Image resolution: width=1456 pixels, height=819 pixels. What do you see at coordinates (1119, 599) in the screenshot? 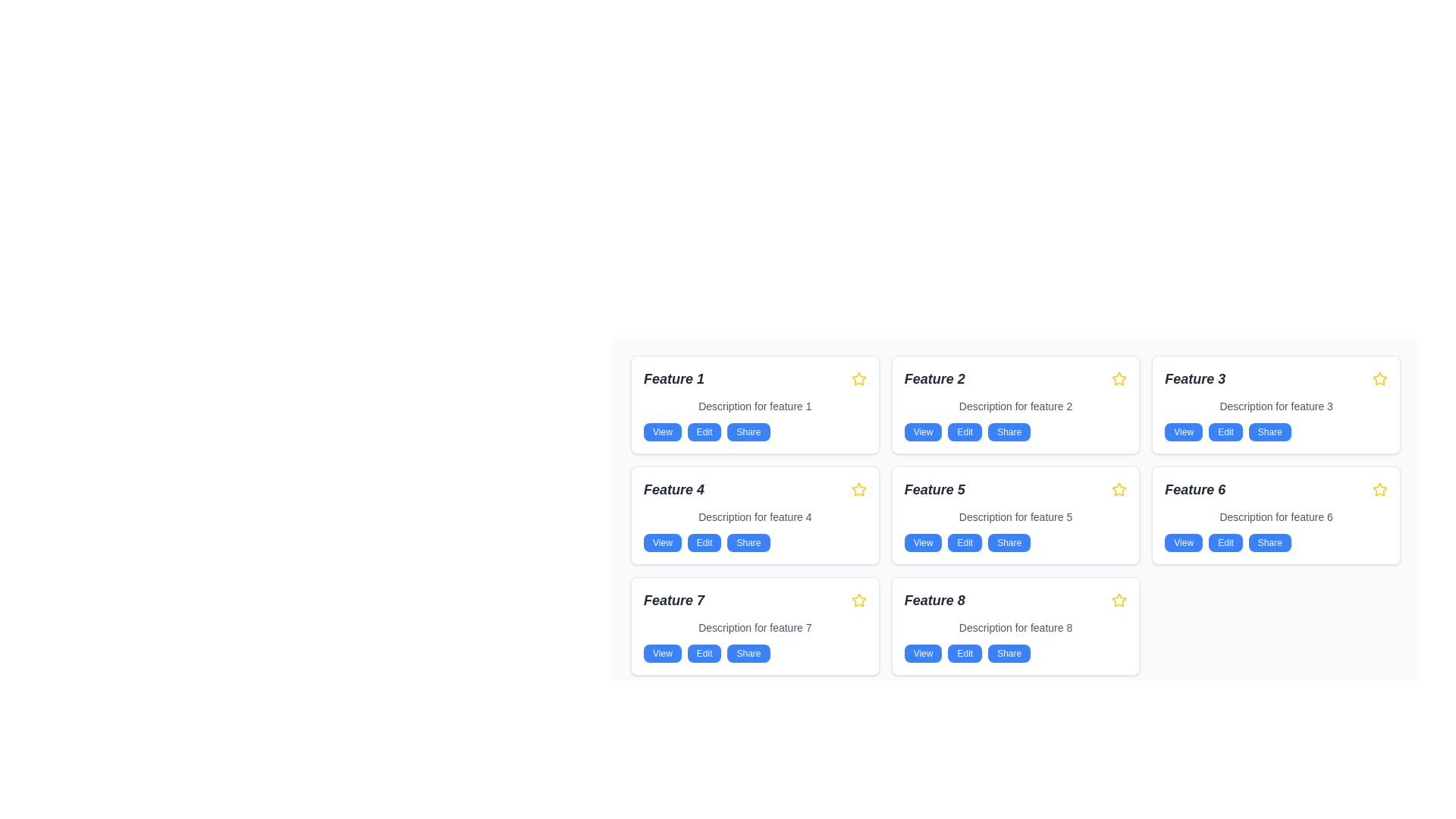
I see `the star-shaped rating icon with a yellow border and white fill located in the top-right corner of the 'Feature 8' card` at bounding box center [1119, 599].